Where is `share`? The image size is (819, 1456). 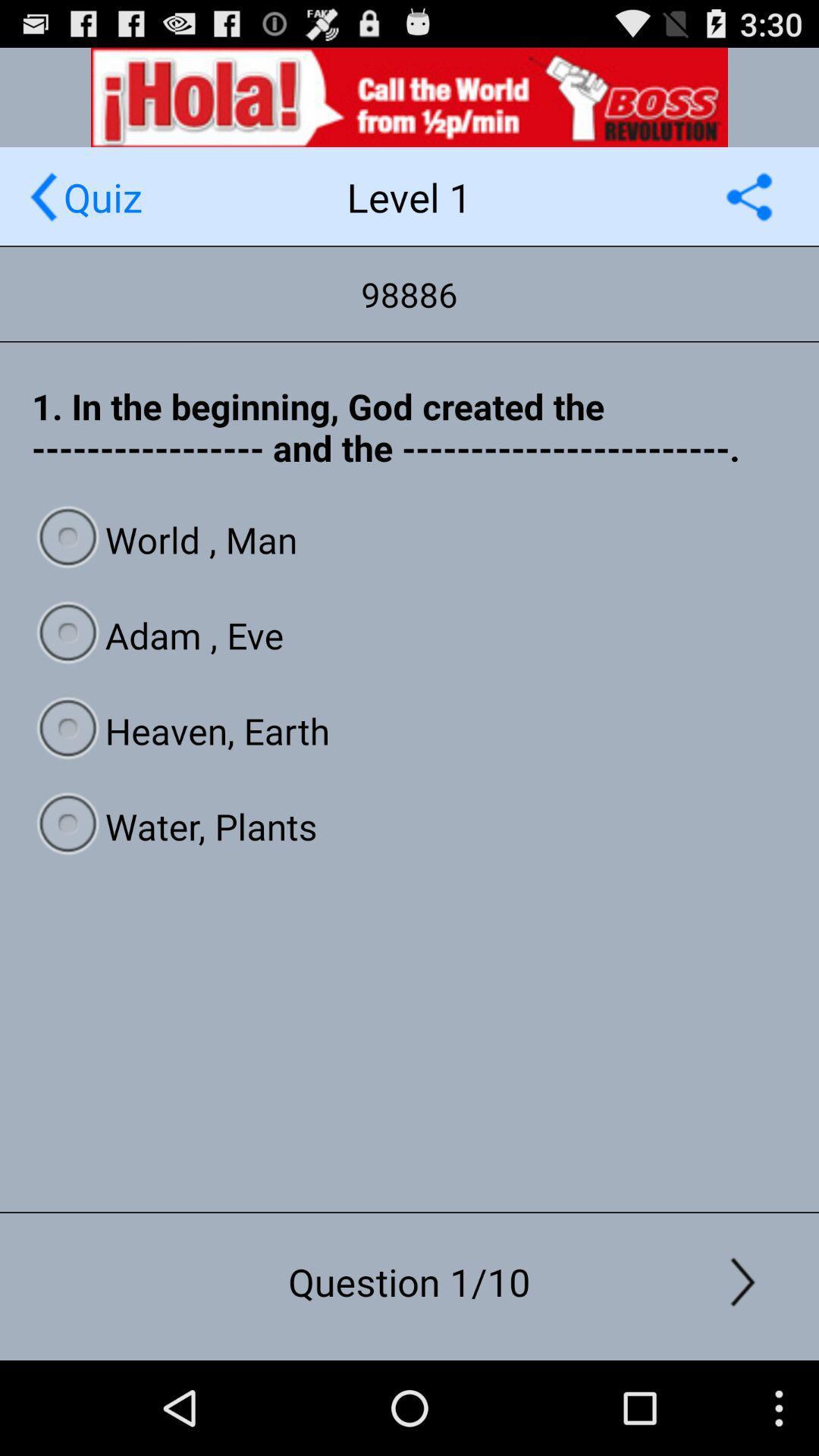 share is located at coordinates (748, 196).